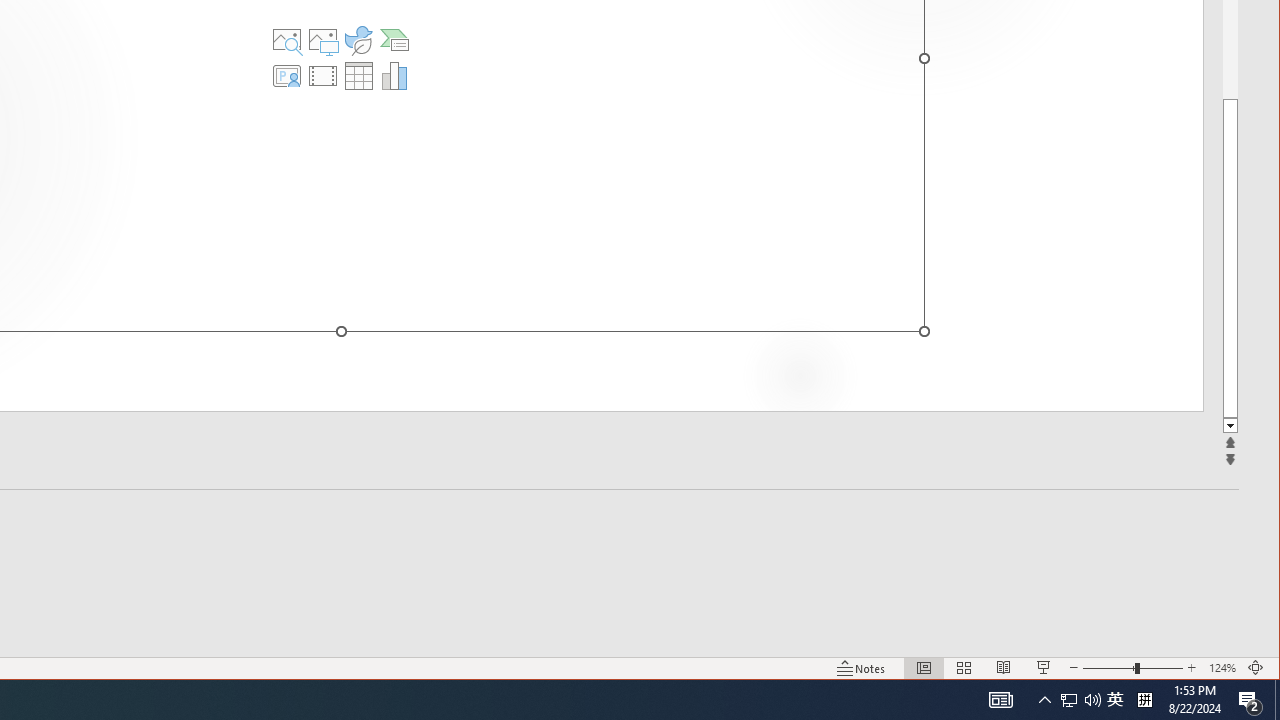 The width and height of the screenshot is (1280, 720). Describe the element at coordinates (359, 74) in the screenshot. I see `'Insert Table'` at that location.